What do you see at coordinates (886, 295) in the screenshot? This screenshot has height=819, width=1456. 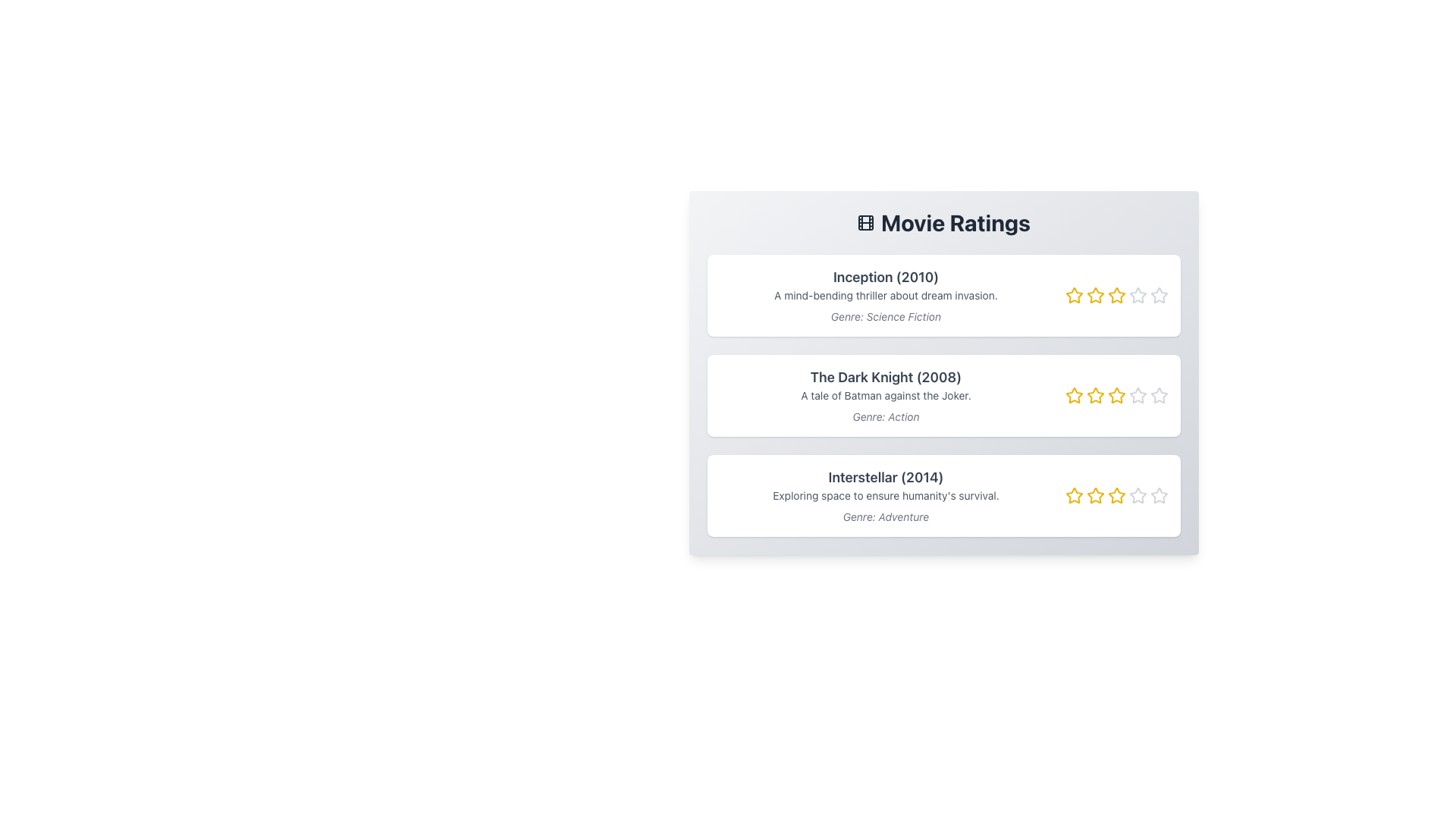 I see `the text label that provides a short description for the movie 'Inception (2010)', located below the title and above the genre information` at bounding box center [886, 295].